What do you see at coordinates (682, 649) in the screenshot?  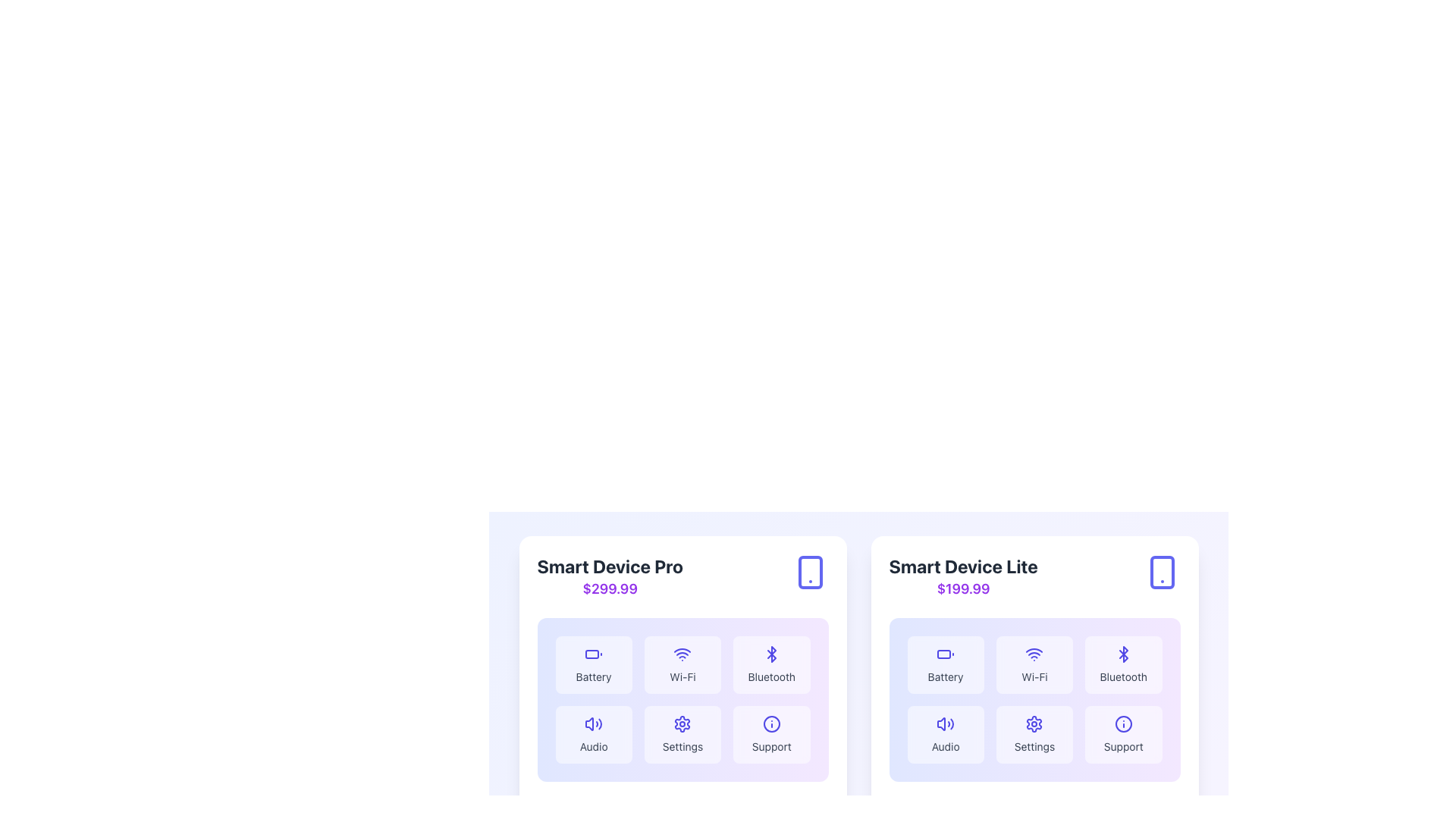 I see `the second arc of the Wi-Fi icon, which resembles a curved line indicating connectivity` at bounding box center [682, 649].